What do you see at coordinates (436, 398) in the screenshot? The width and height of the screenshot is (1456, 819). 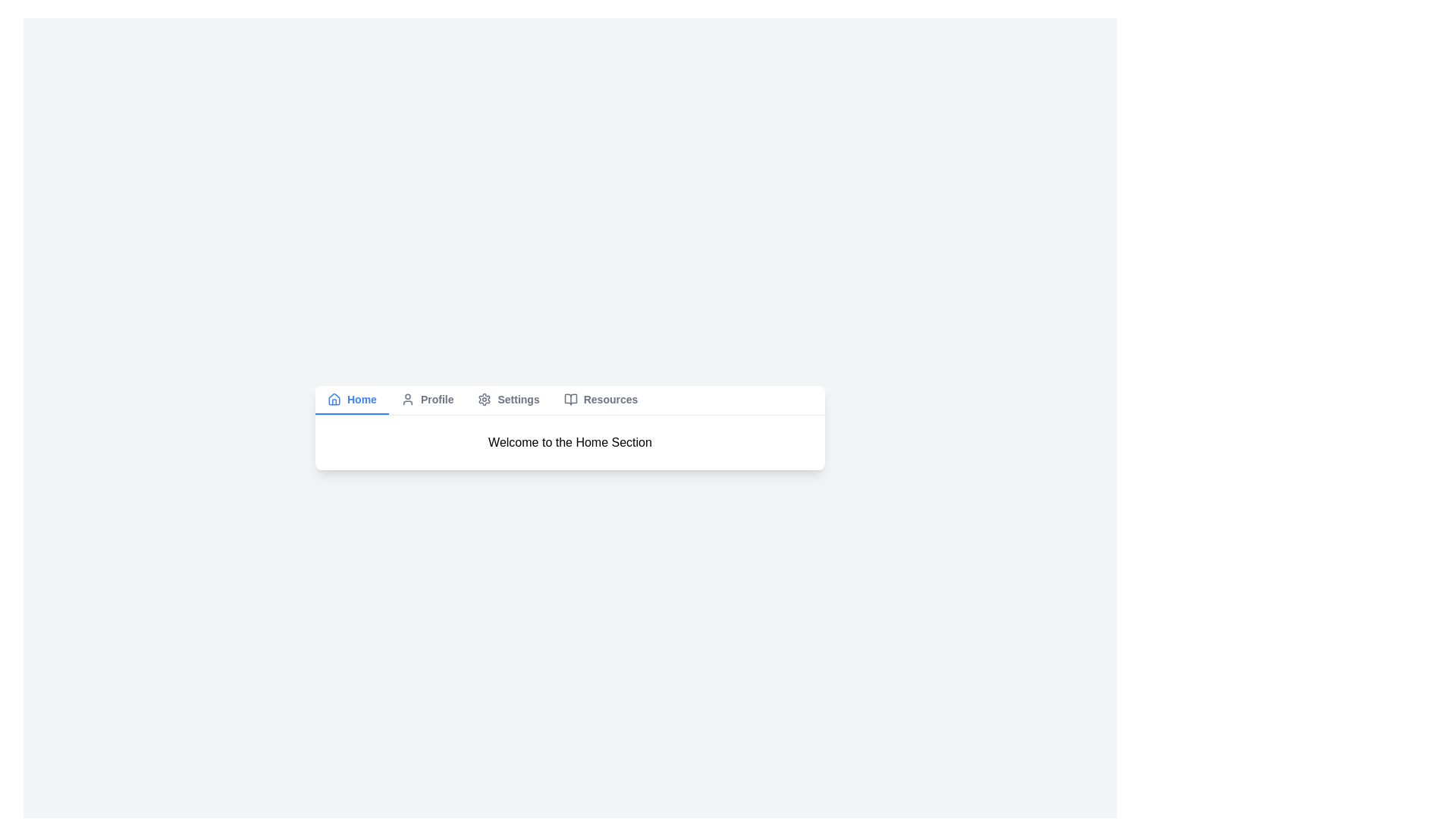 I see `the Text Label in the navigation bar that serves as a link to the user profile or account settings page` at bounding box center [436, 398].